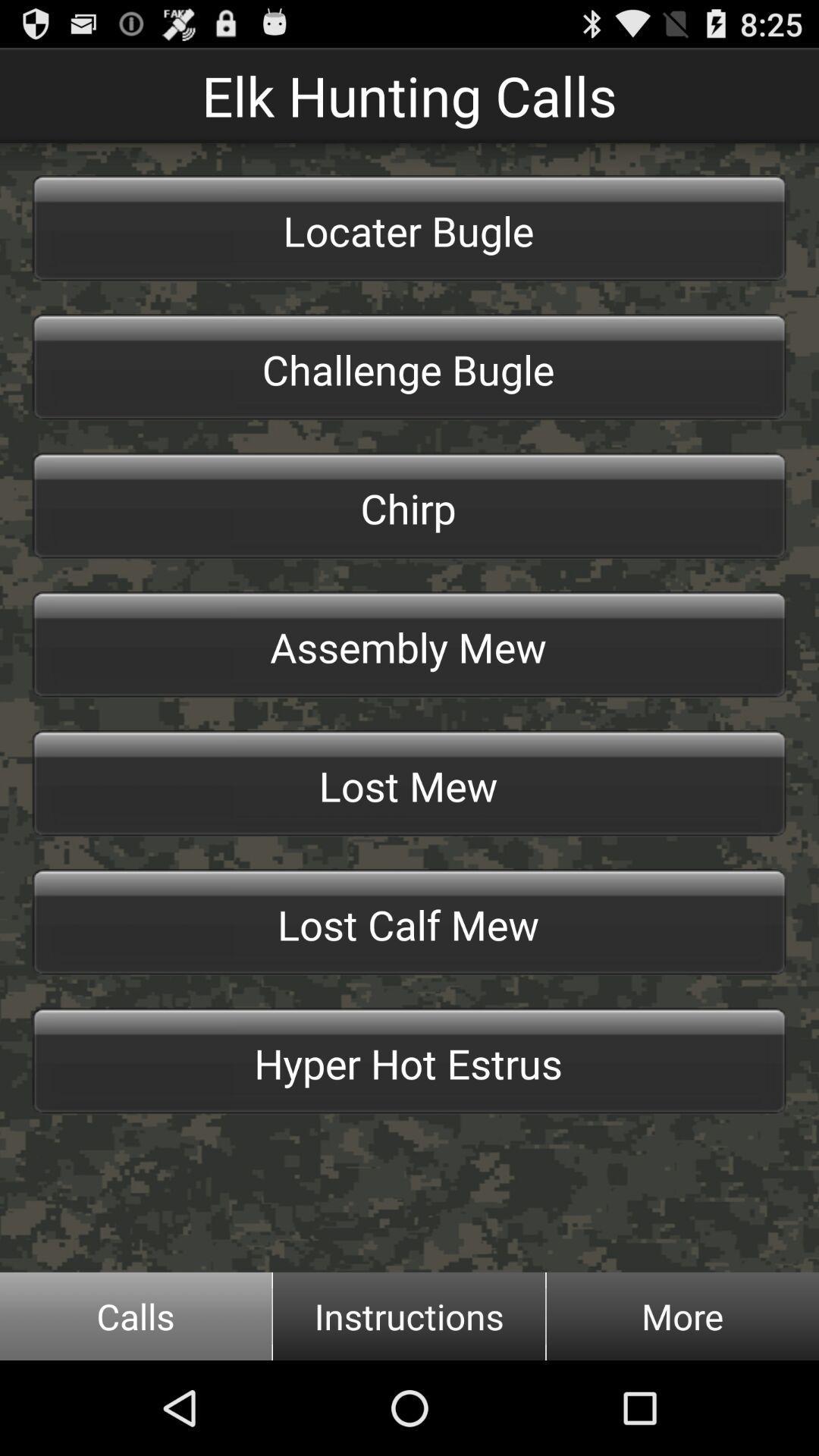 The width and height of the screenshot is (819, 1456). Describe the element at coordinates (409, 1060) in the screenshot. I see `the item below lost calf mew` at that location.